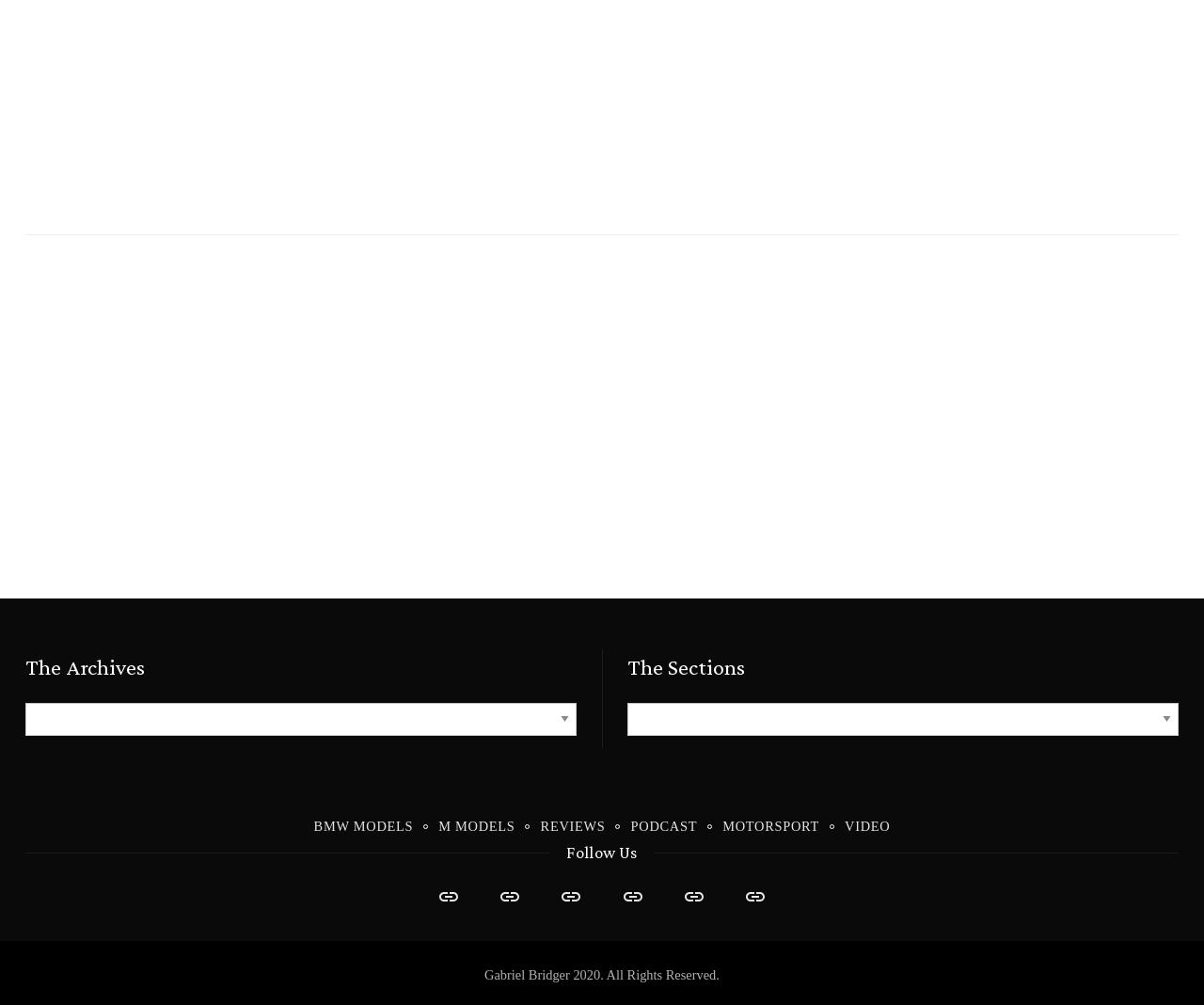 The image size is (1204, 1005). Describe the element at coordinates (770, 824) in the screenshot. I see `'Motorsport'` at that location.